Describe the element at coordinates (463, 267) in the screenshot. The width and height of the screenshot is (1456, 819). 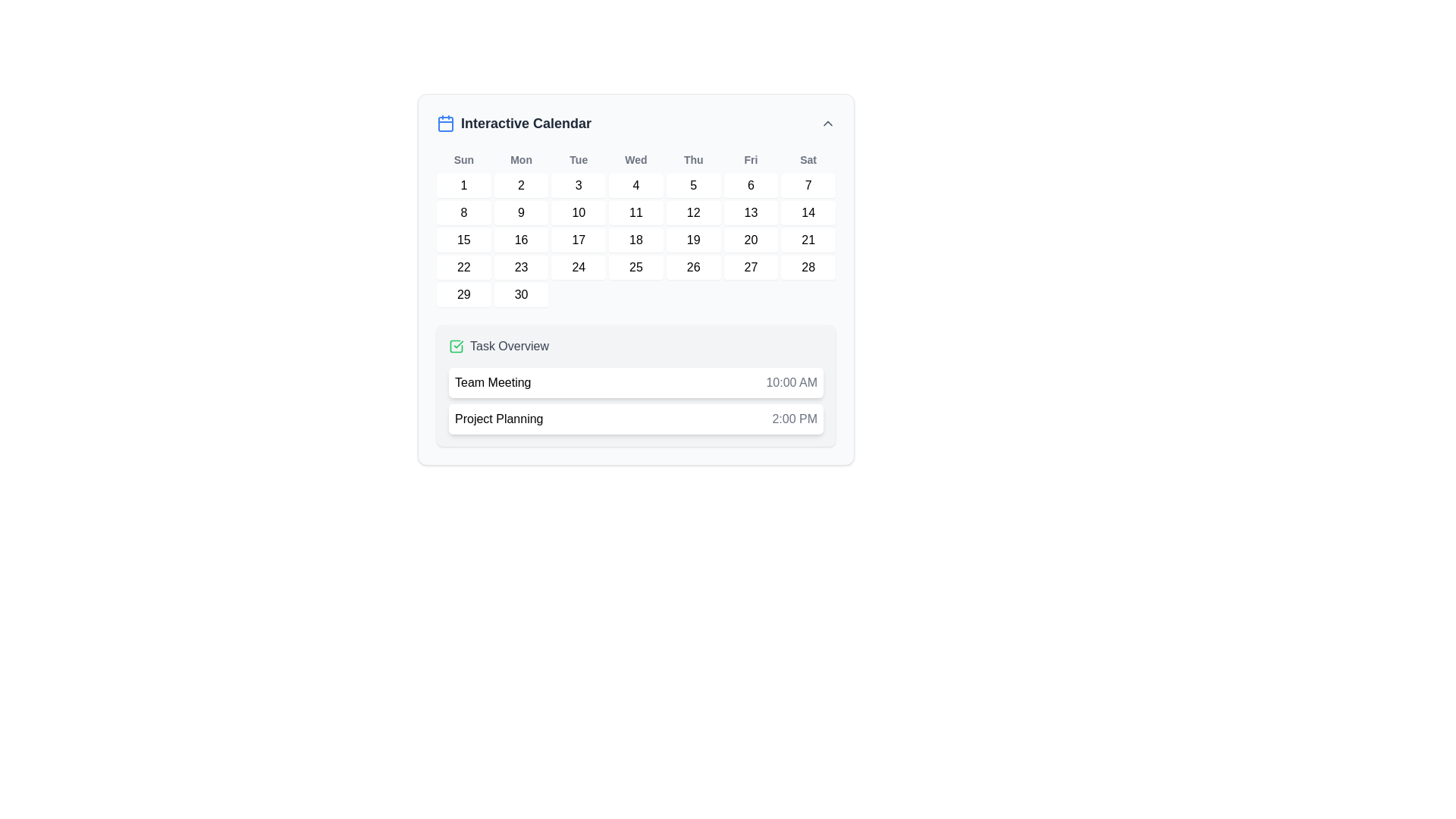
I see `the calendar date cell displaying the number '22'` at that location.